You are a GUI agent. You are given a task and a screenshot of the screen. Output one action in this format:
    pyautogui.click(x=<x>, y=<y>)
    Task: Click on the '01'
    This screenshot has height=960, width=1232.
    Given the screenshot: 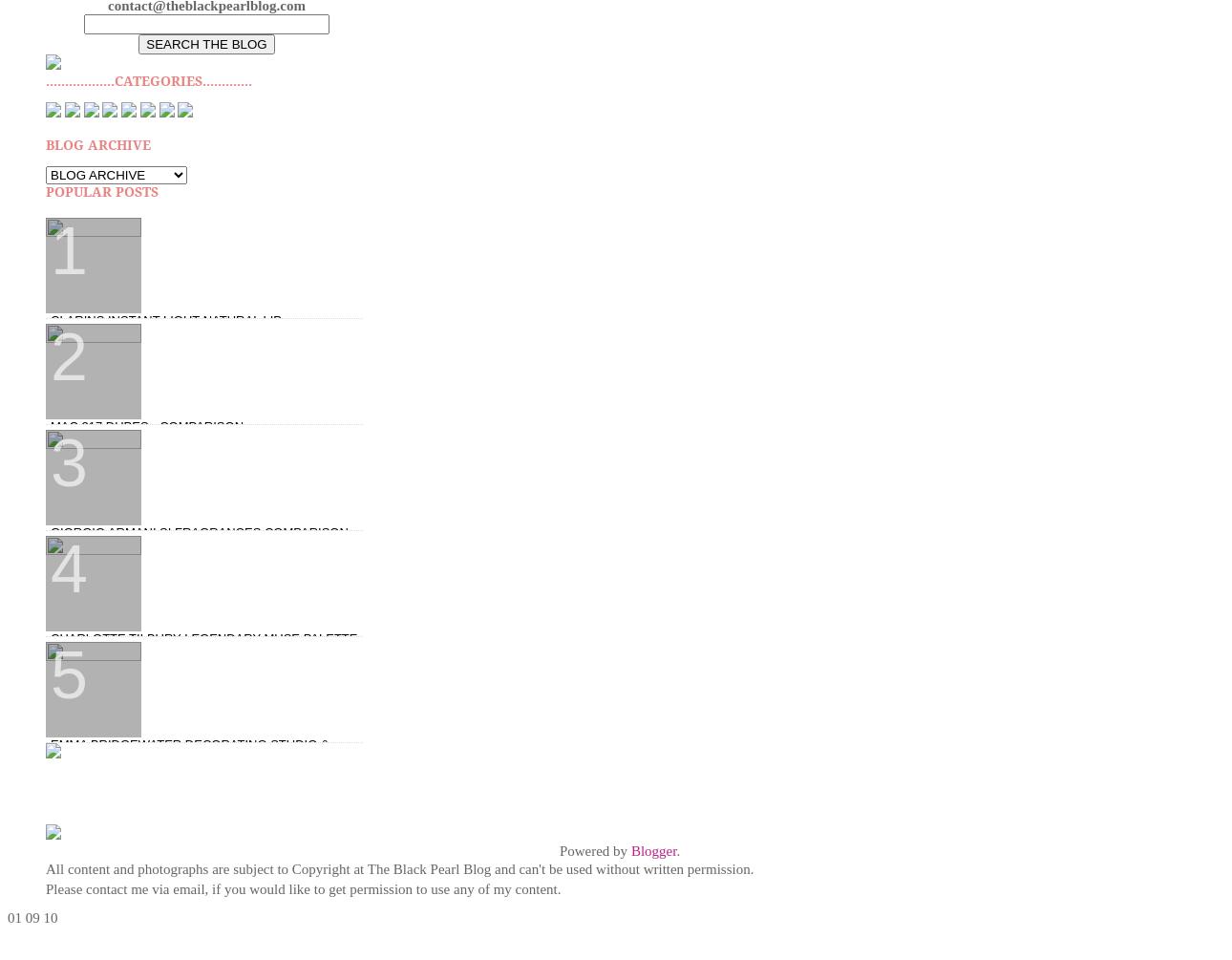 What is the action you would take?
    pyautogui.click(x=6, y=915)
    